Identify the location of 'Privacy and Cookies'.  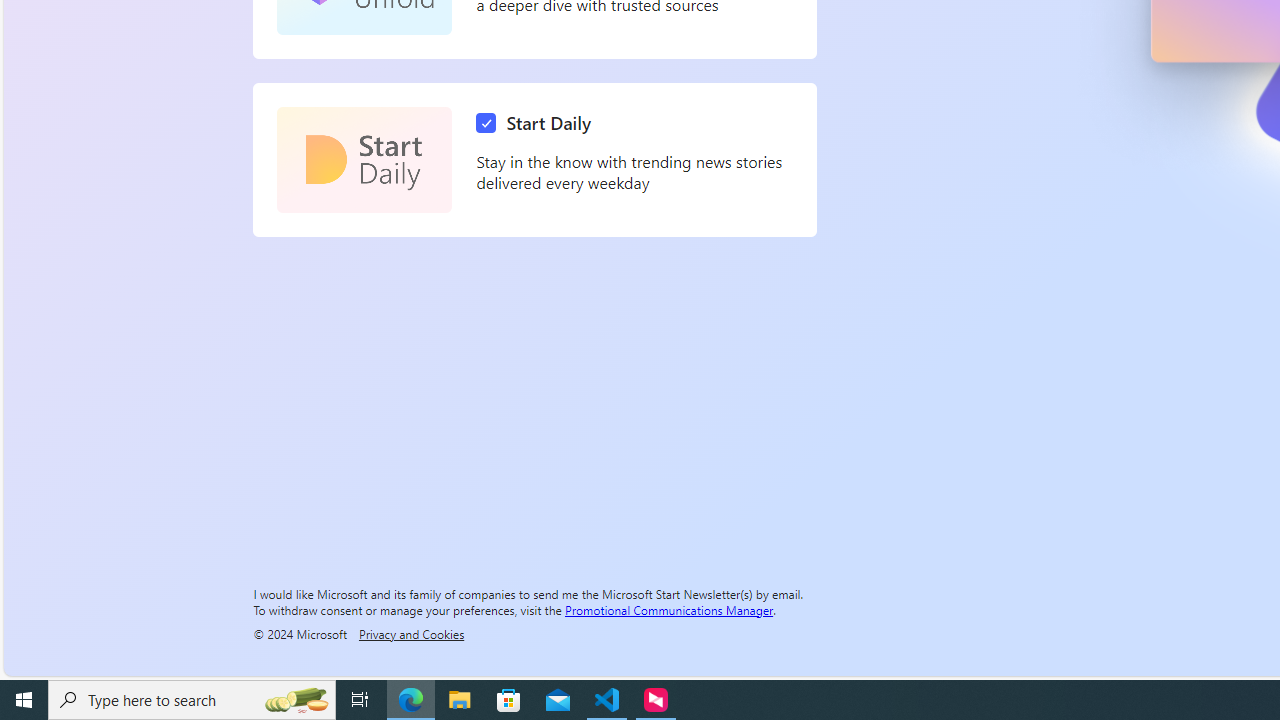
(410, 633).